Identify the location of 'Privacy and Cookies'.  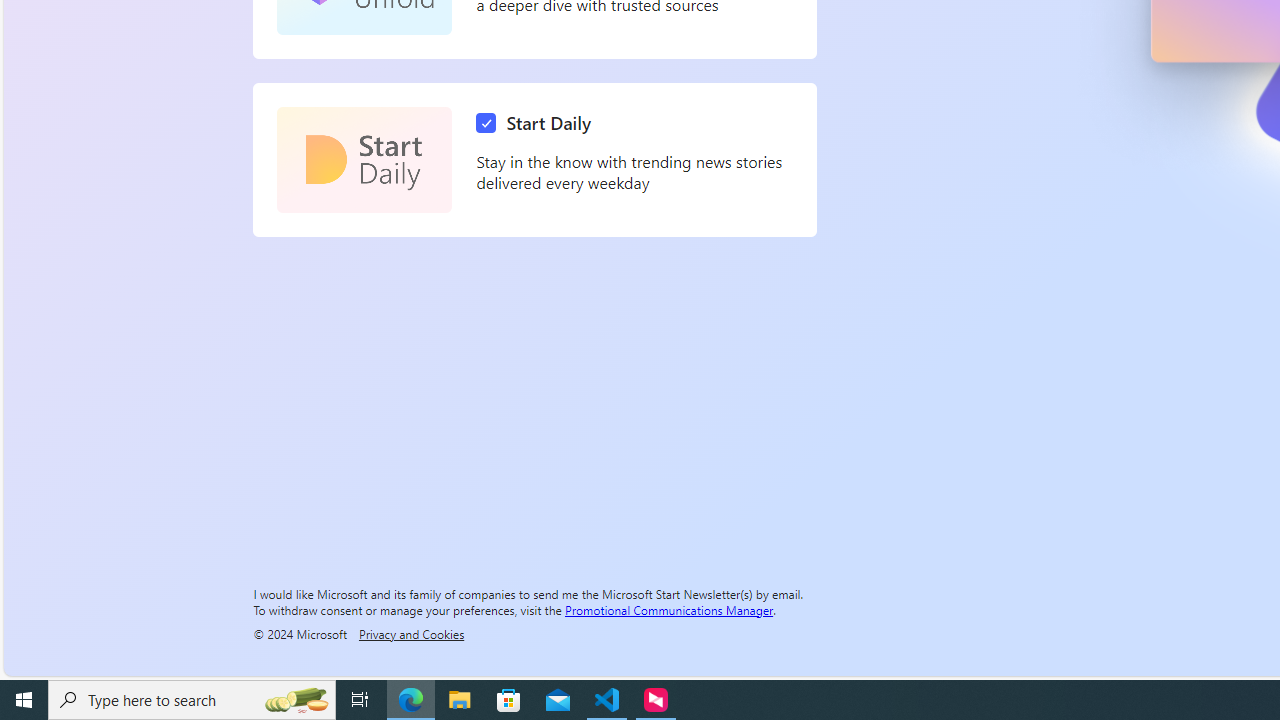
(410, 633).